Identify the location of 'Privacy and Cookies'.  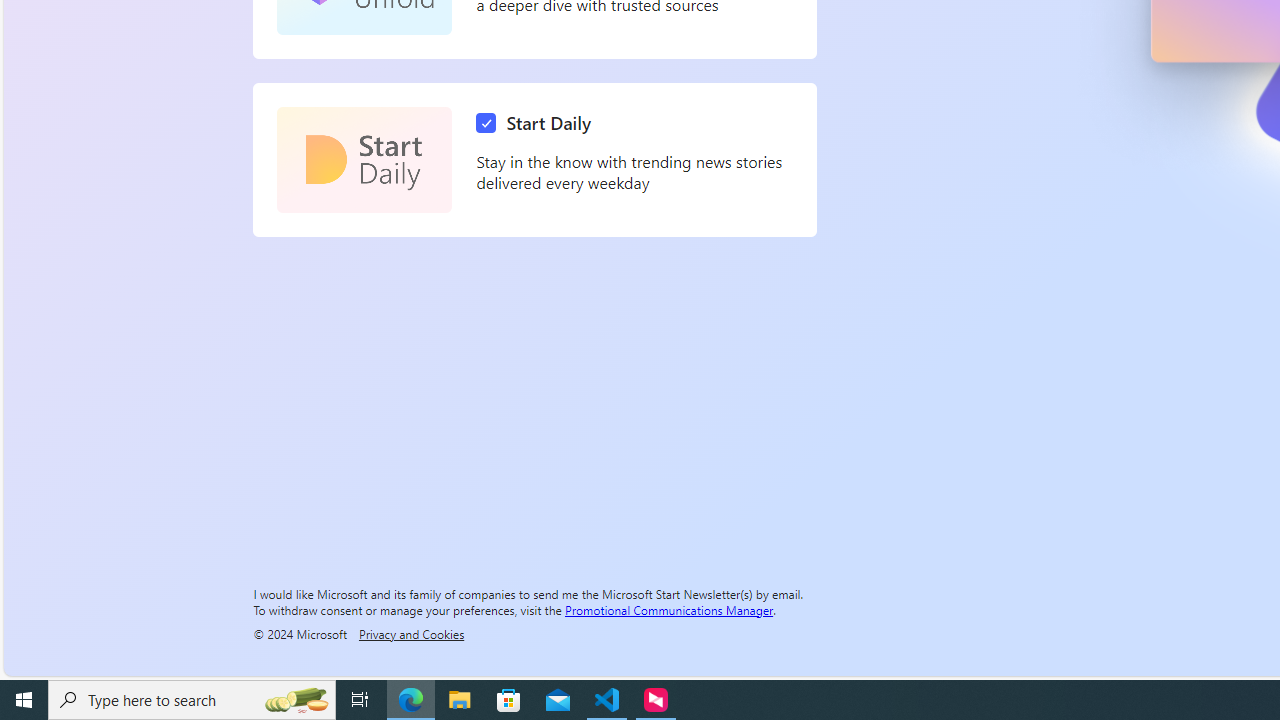
(410, 633).